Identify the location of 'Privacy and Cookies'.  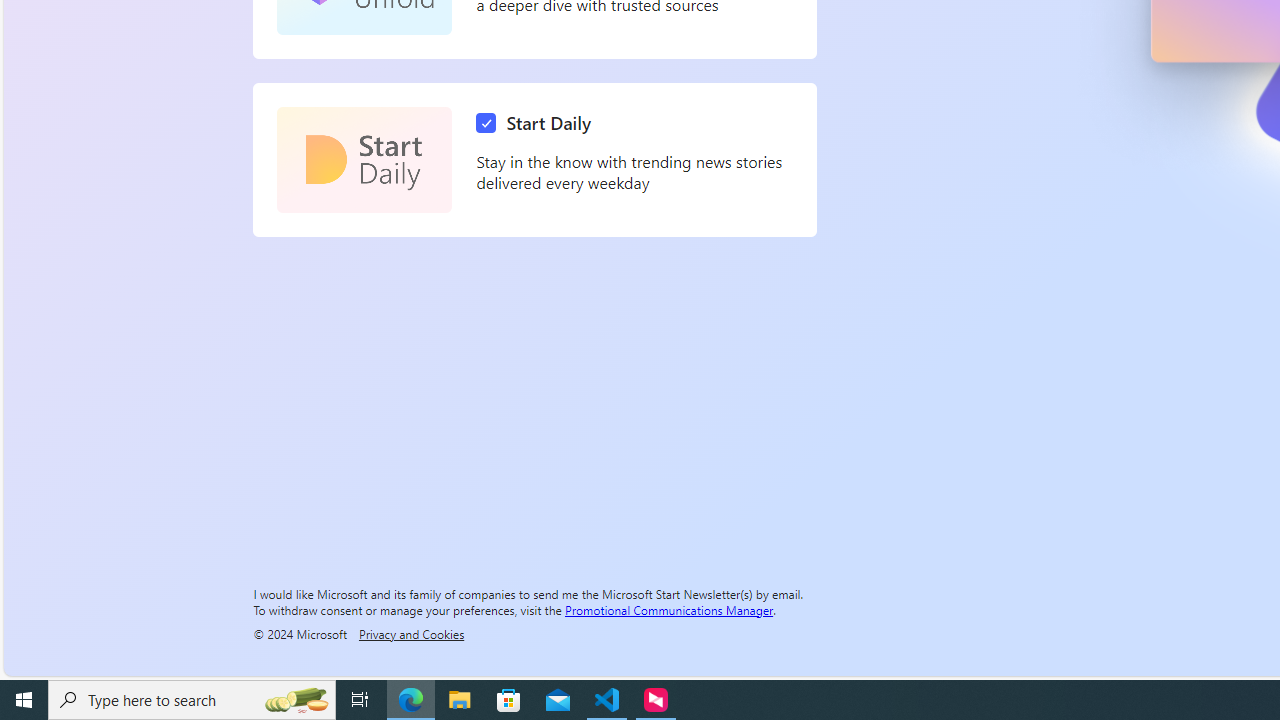
(410, 633).